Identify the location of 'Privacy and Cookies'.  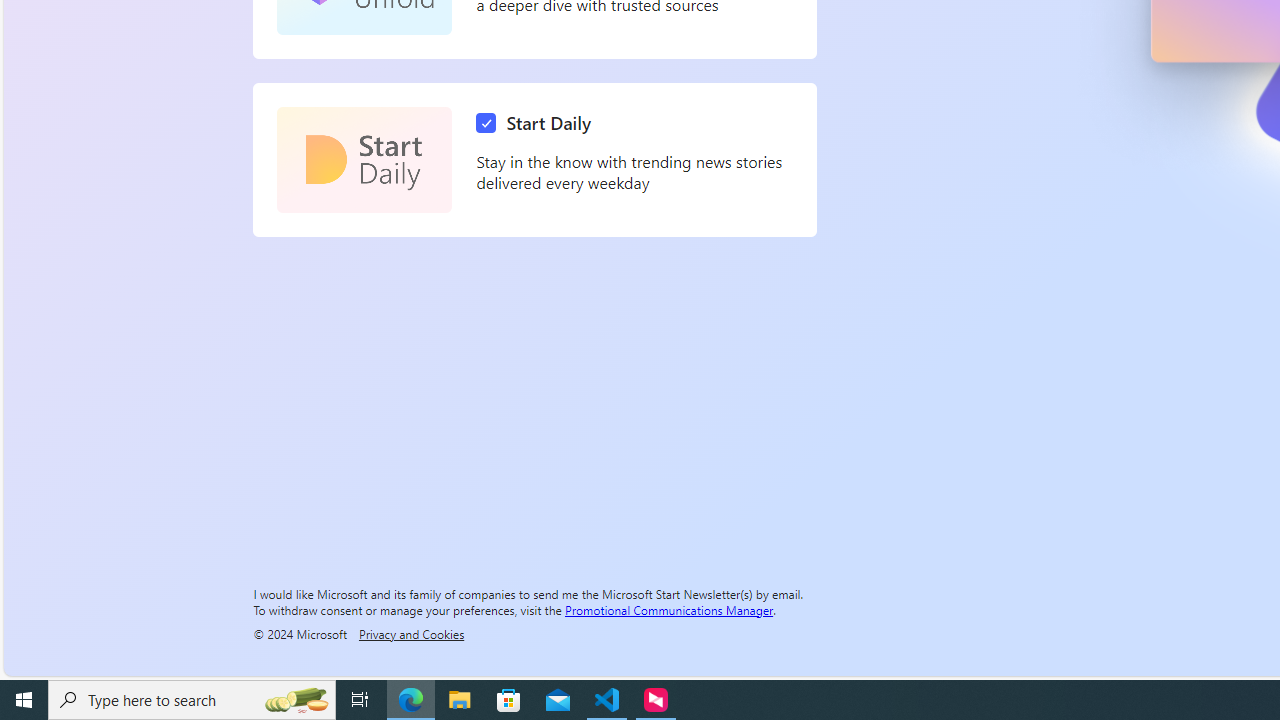
(410, 633).